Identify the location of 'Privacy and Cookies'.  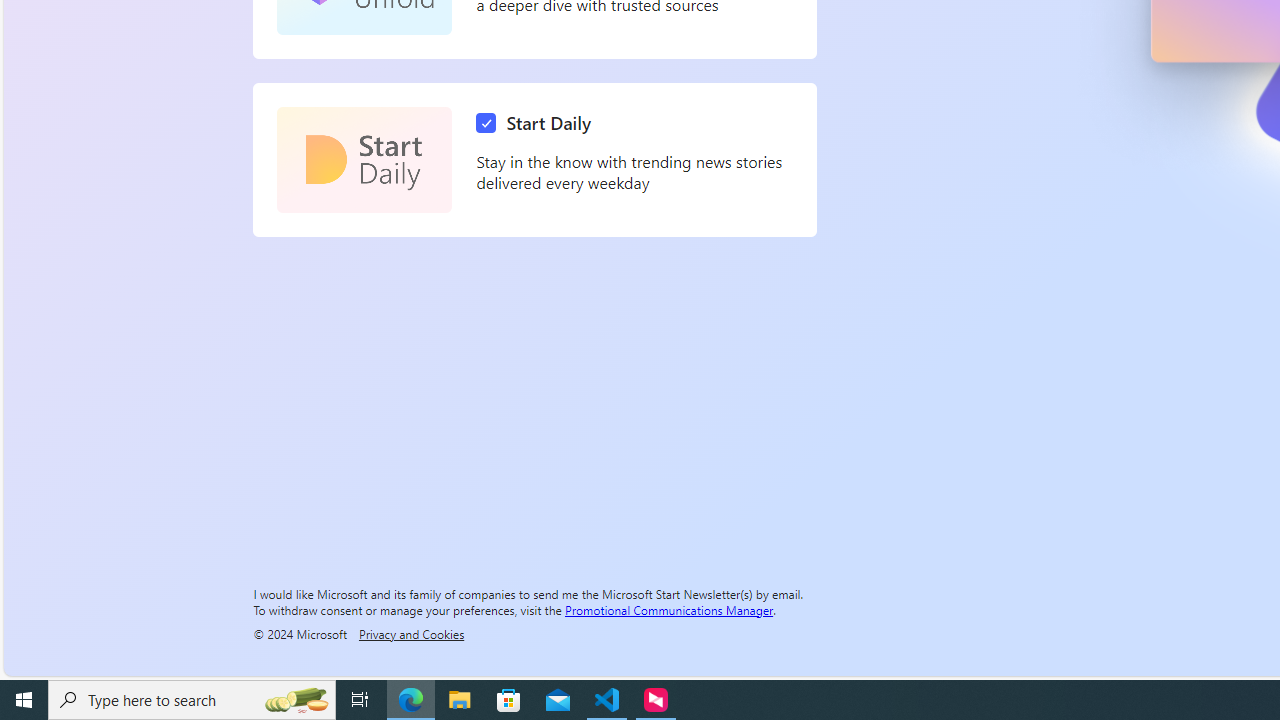
(410, 633).